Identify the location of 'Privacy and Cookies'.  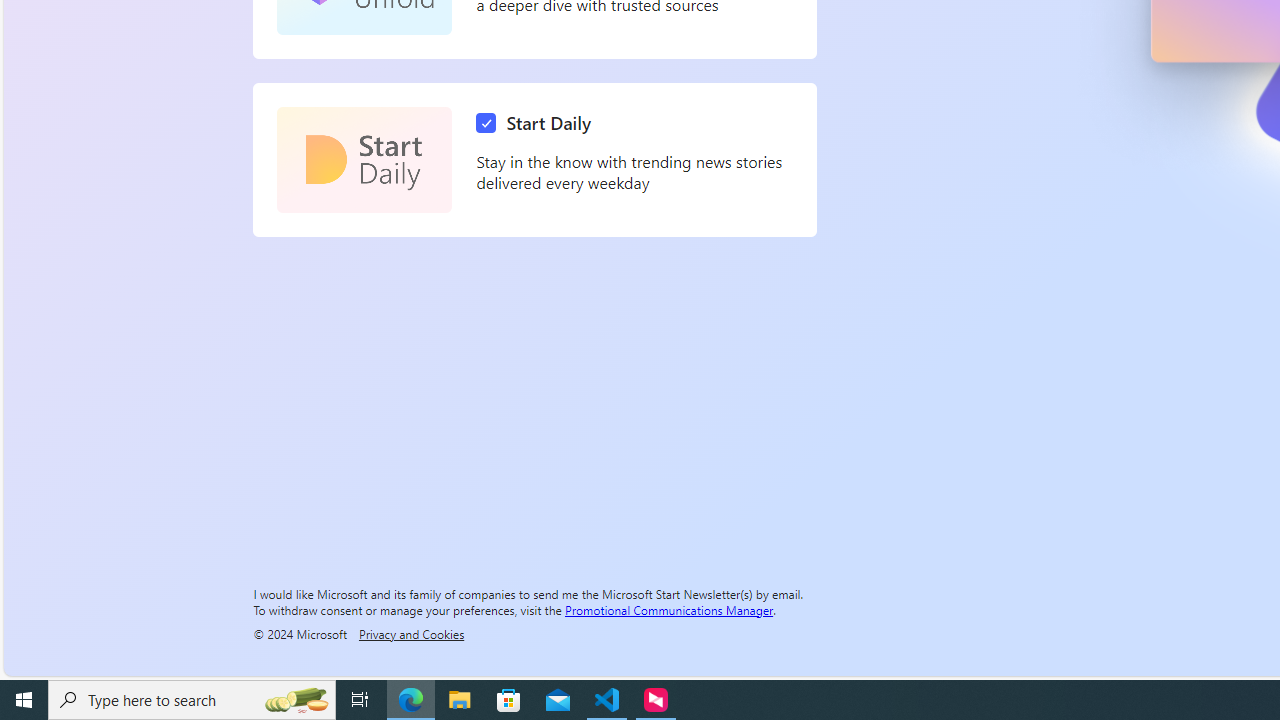
(410, 633).